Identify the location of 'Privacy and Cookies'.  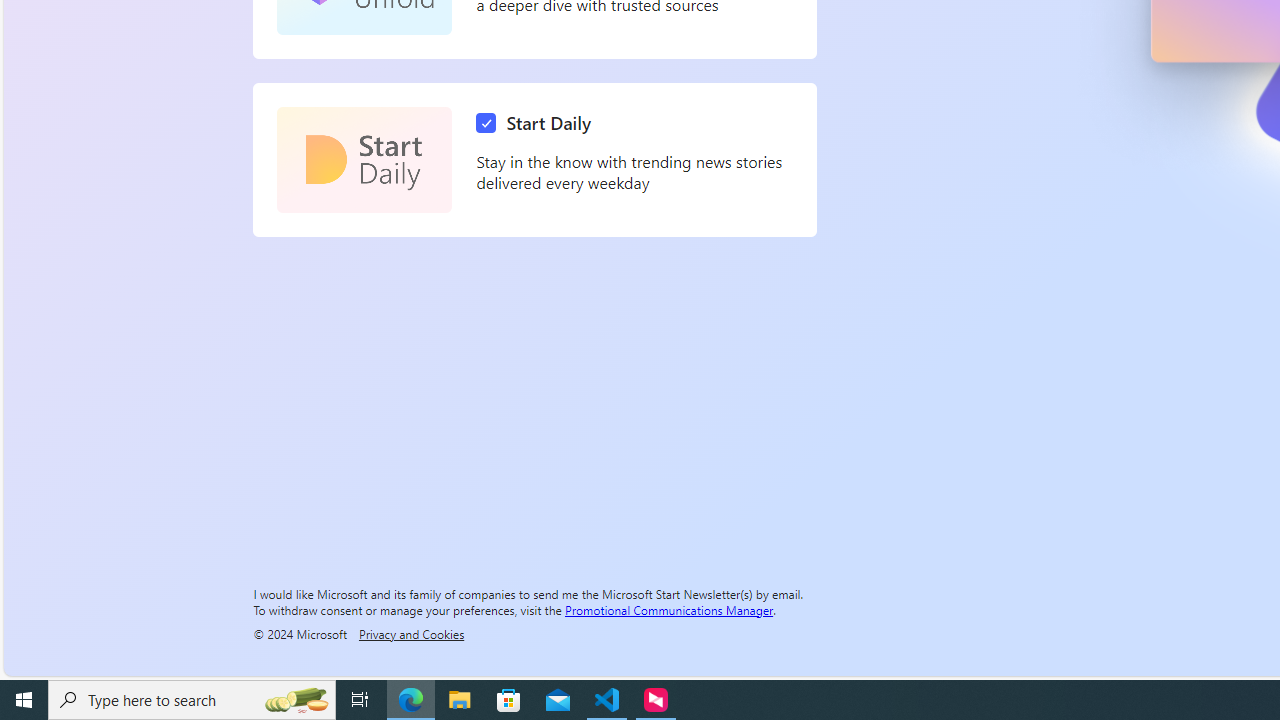
(410, 633).